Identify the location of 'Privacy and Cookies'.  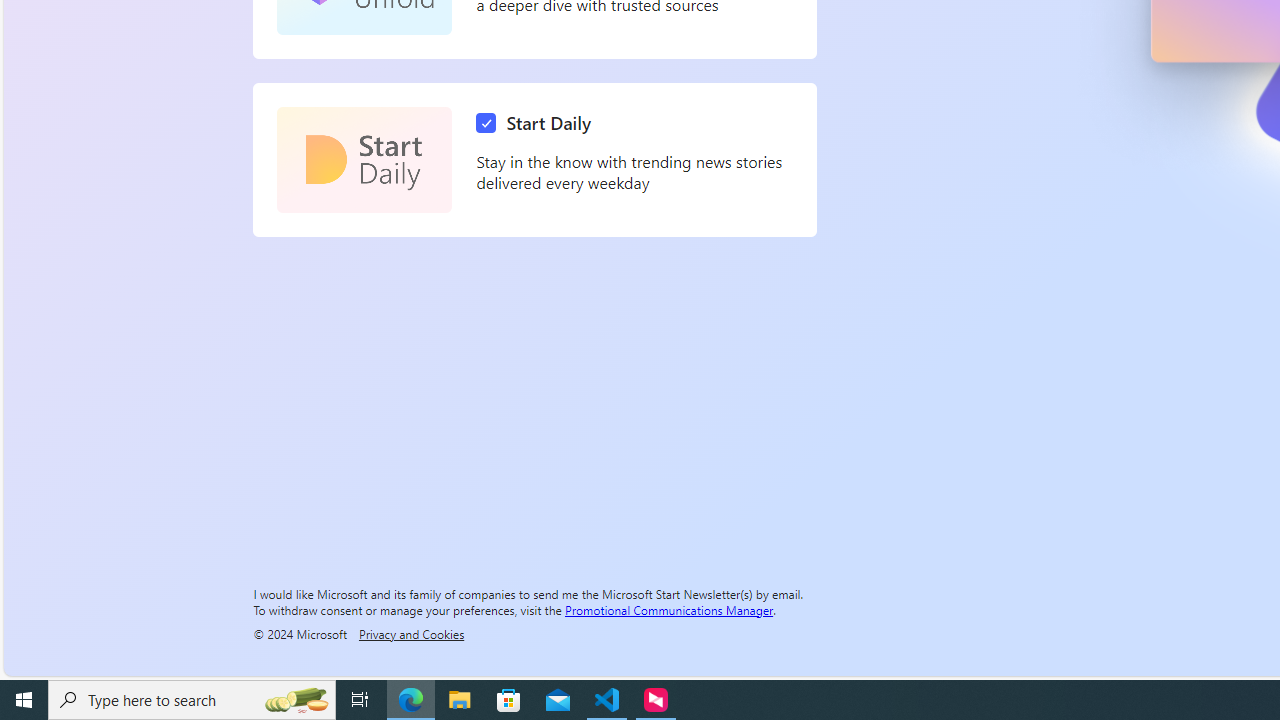
(410, 633).